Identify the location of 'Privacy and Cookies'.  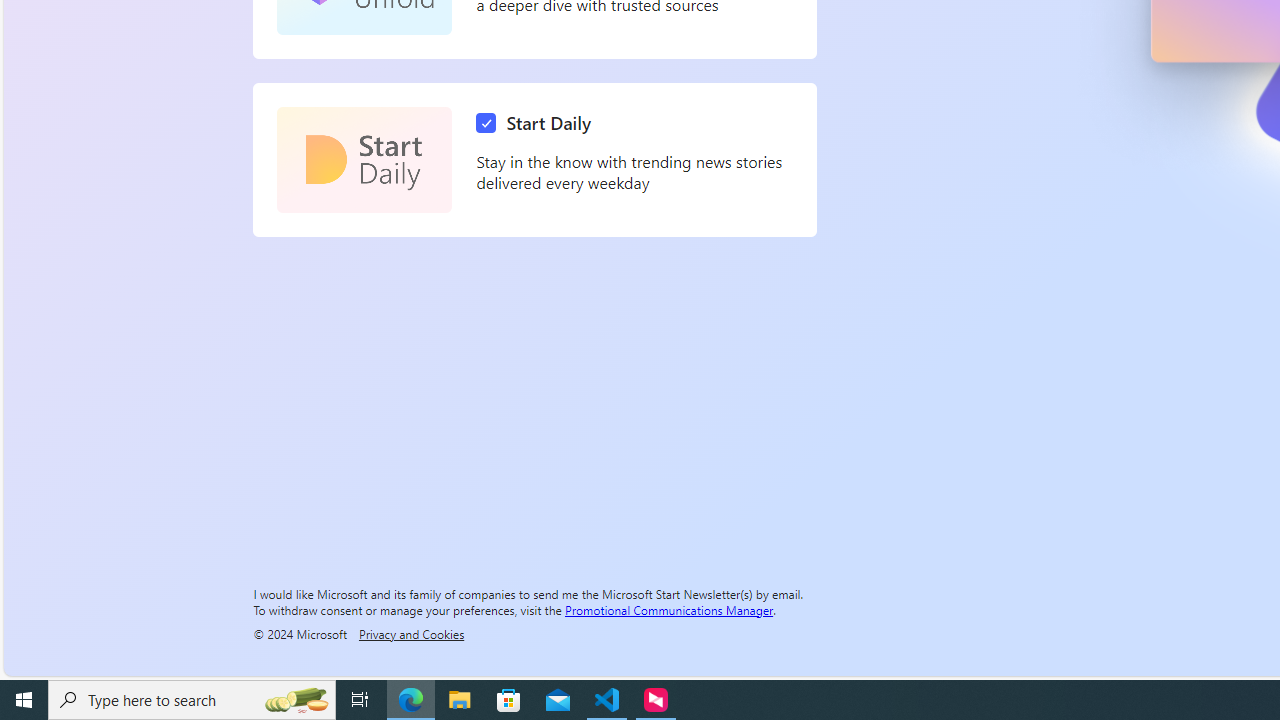
(410, 633).